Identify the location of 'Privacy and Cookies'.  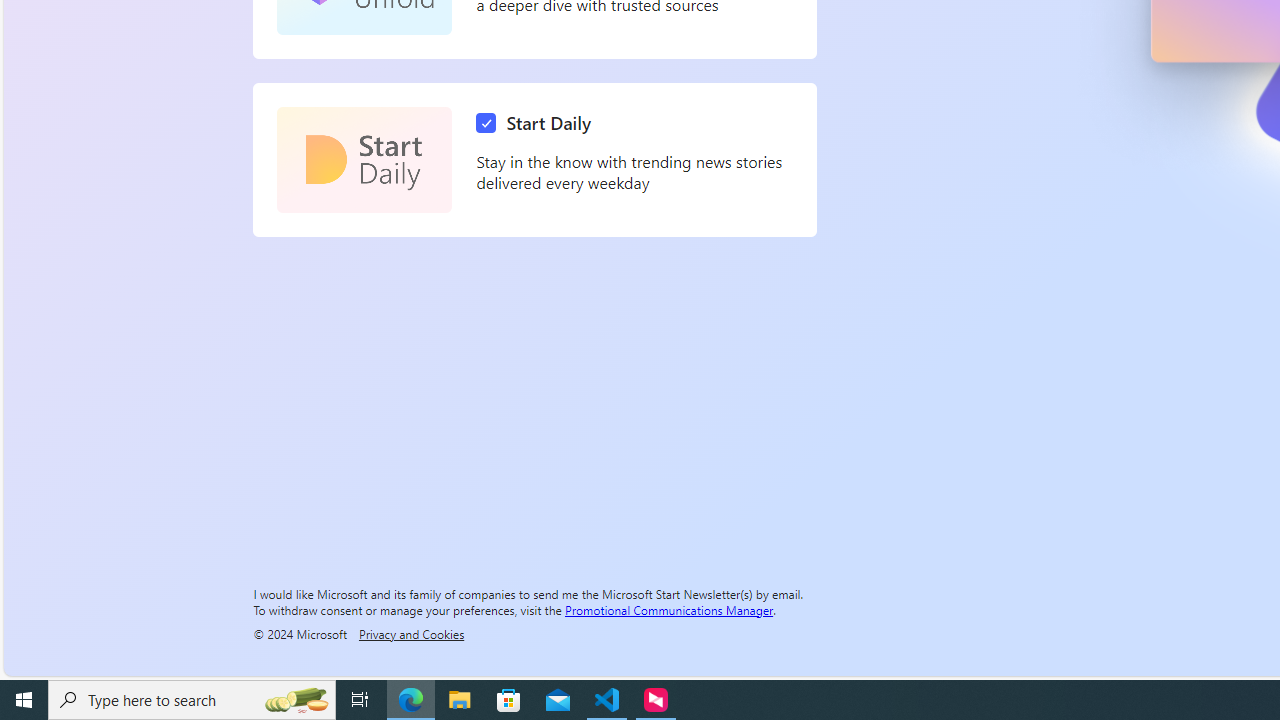
(410, 633).